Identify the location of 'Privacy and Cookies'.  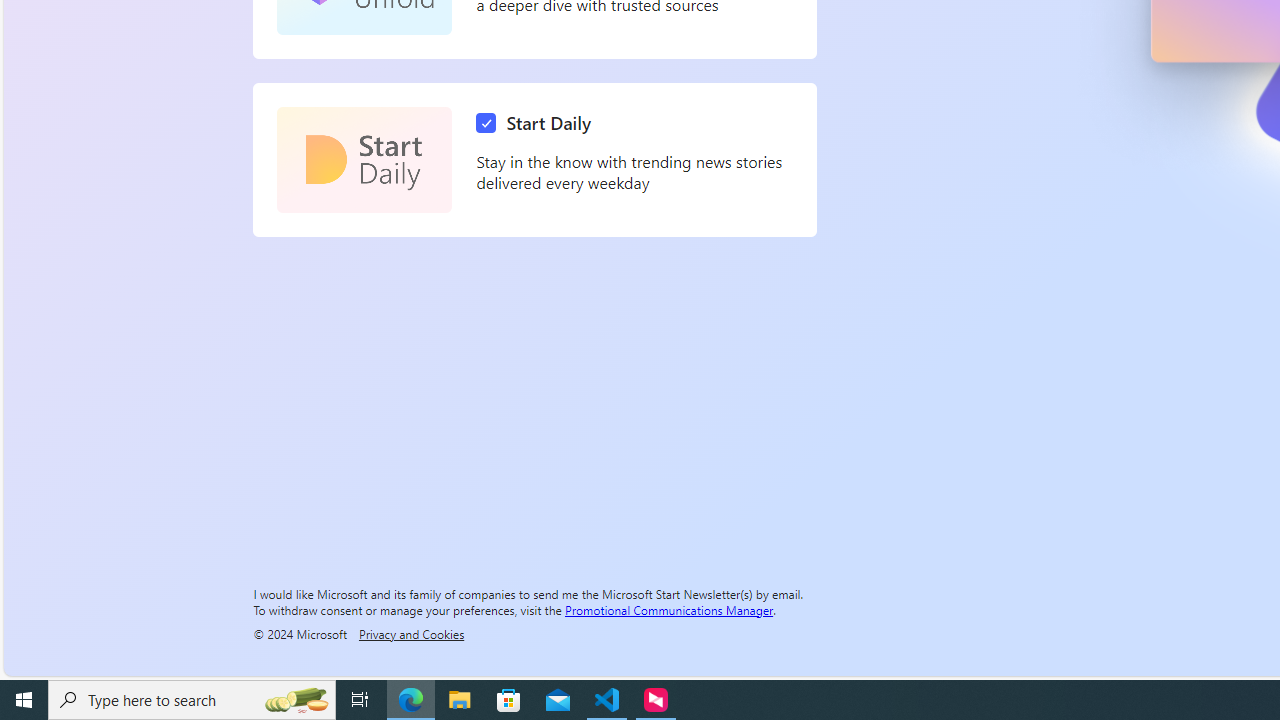
(410, 633).